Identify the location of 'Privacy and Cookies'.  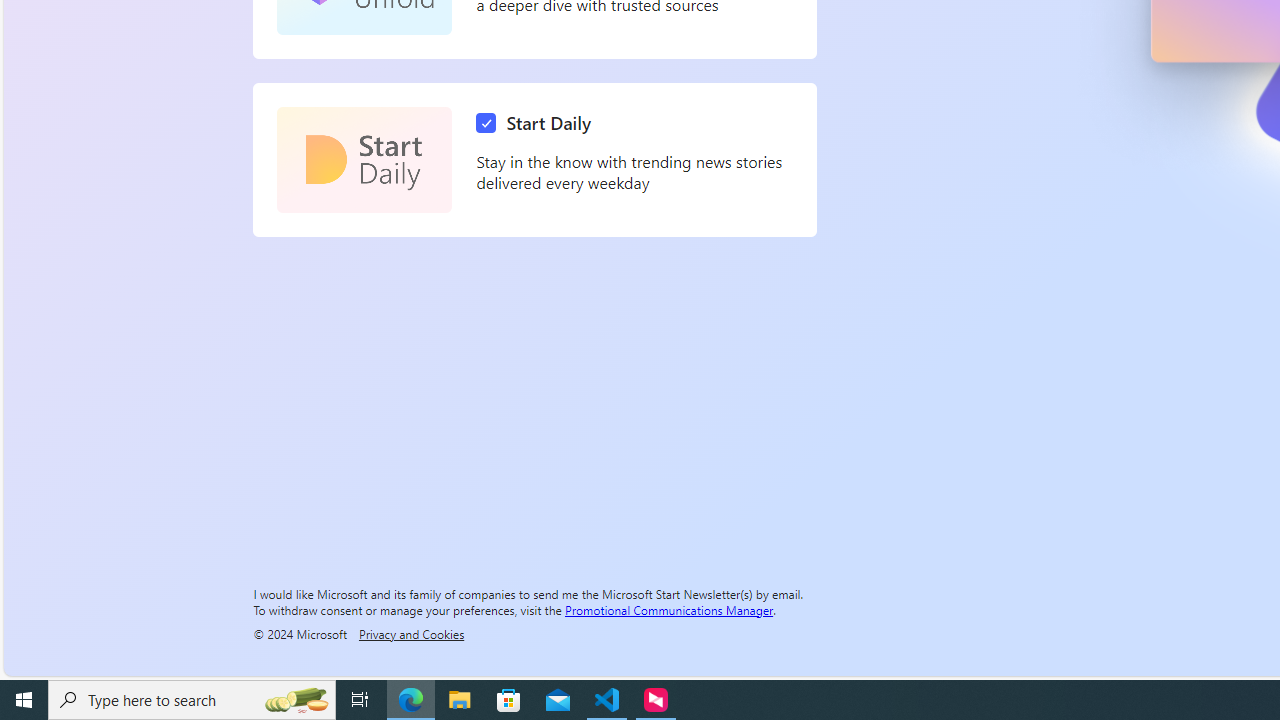
(410, 633).